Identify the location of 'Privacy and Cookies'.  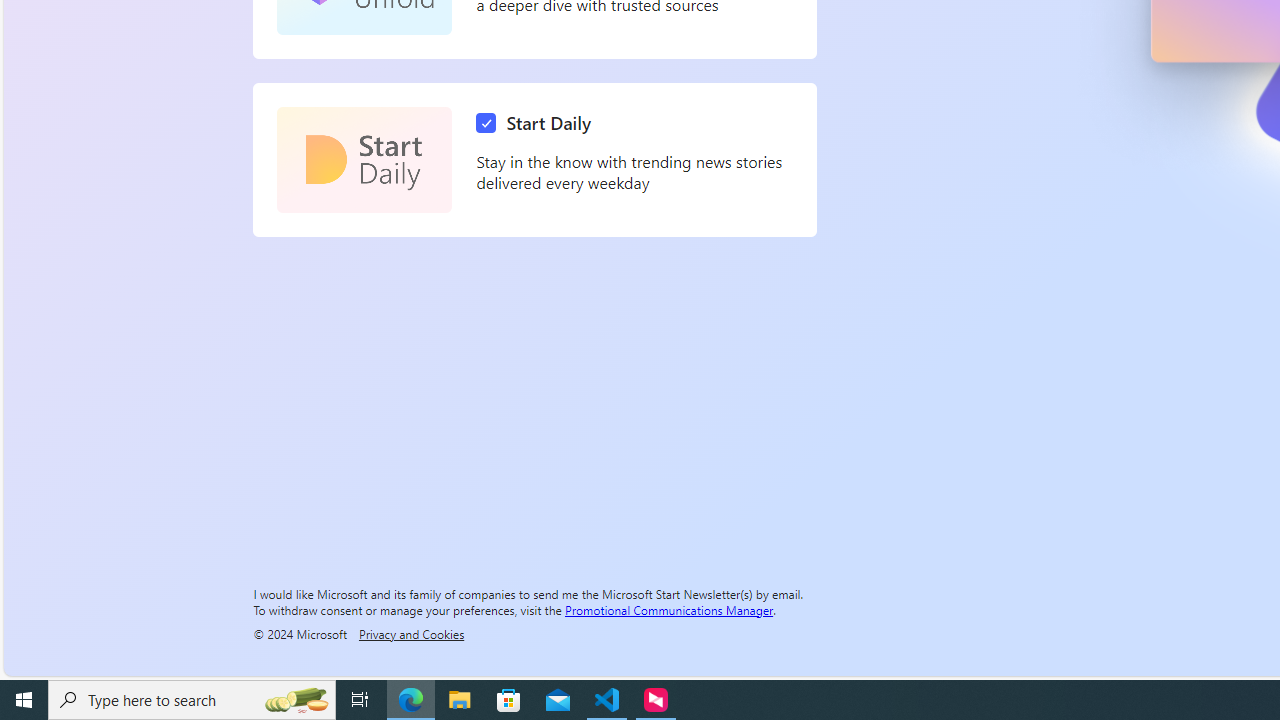
(410, 633).